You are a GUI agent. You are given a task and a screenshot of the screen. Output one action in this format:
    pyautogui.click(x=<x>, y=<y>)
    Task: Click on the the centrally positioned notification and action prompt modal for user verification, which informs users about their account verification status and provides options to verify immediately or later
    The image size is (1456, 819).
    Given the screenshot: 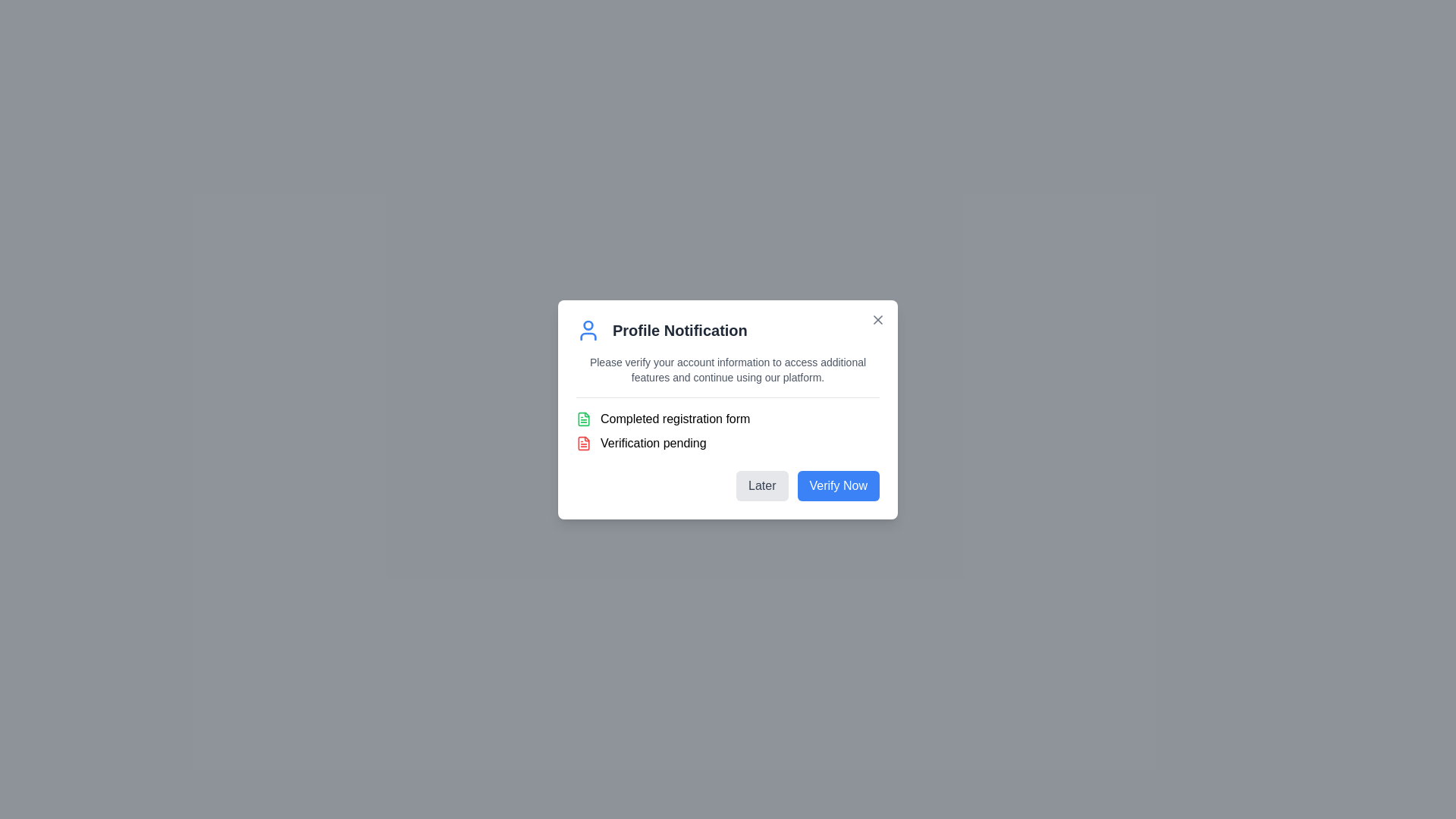 What is the action you would take?
    pyautogui.click(x=728, y=409)
    